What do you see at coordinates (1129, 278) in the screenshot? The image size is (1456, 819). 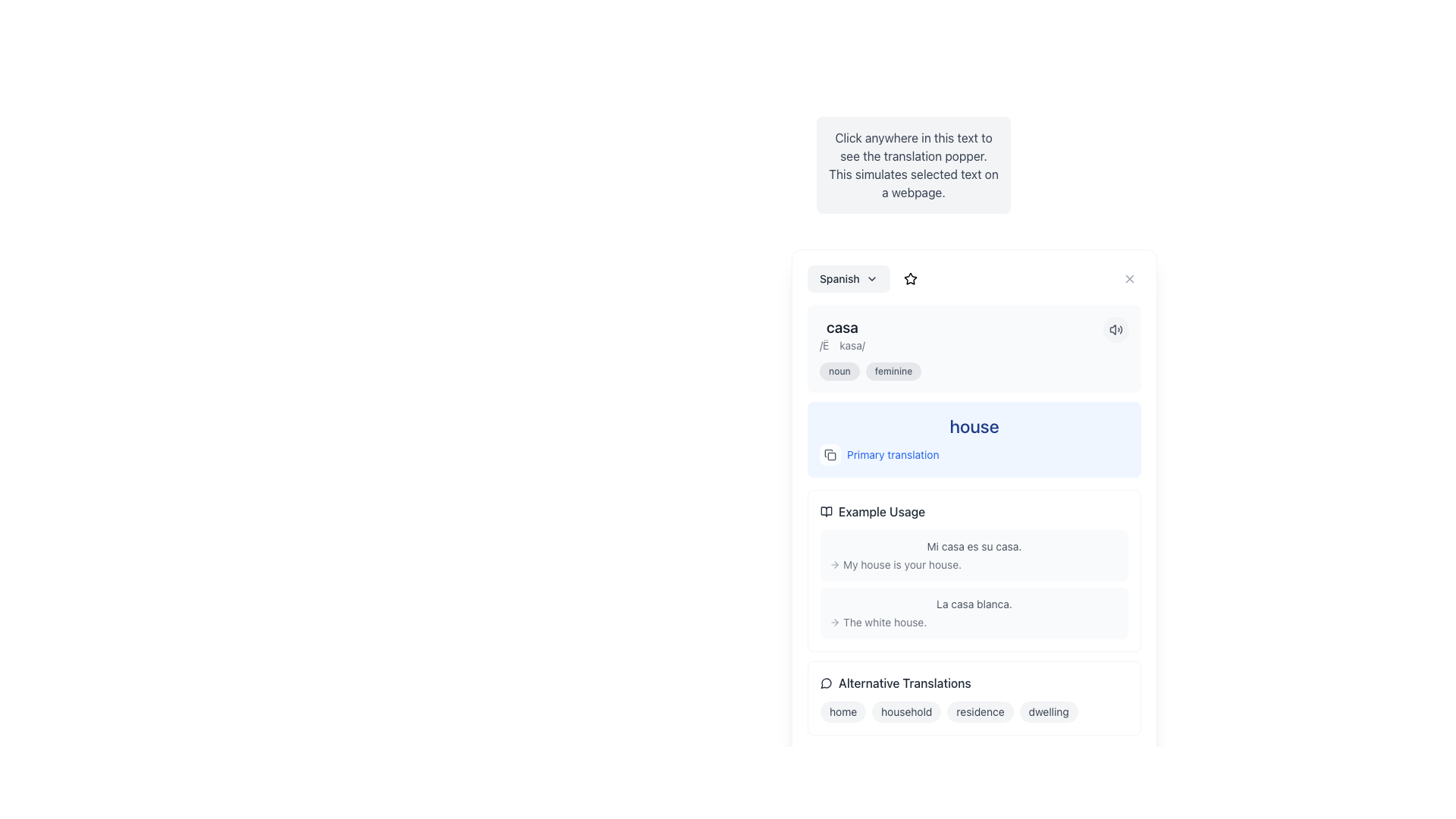 I see `the Close Icon located in the top-right corner of the modal` at bounding box center [1129, 278].